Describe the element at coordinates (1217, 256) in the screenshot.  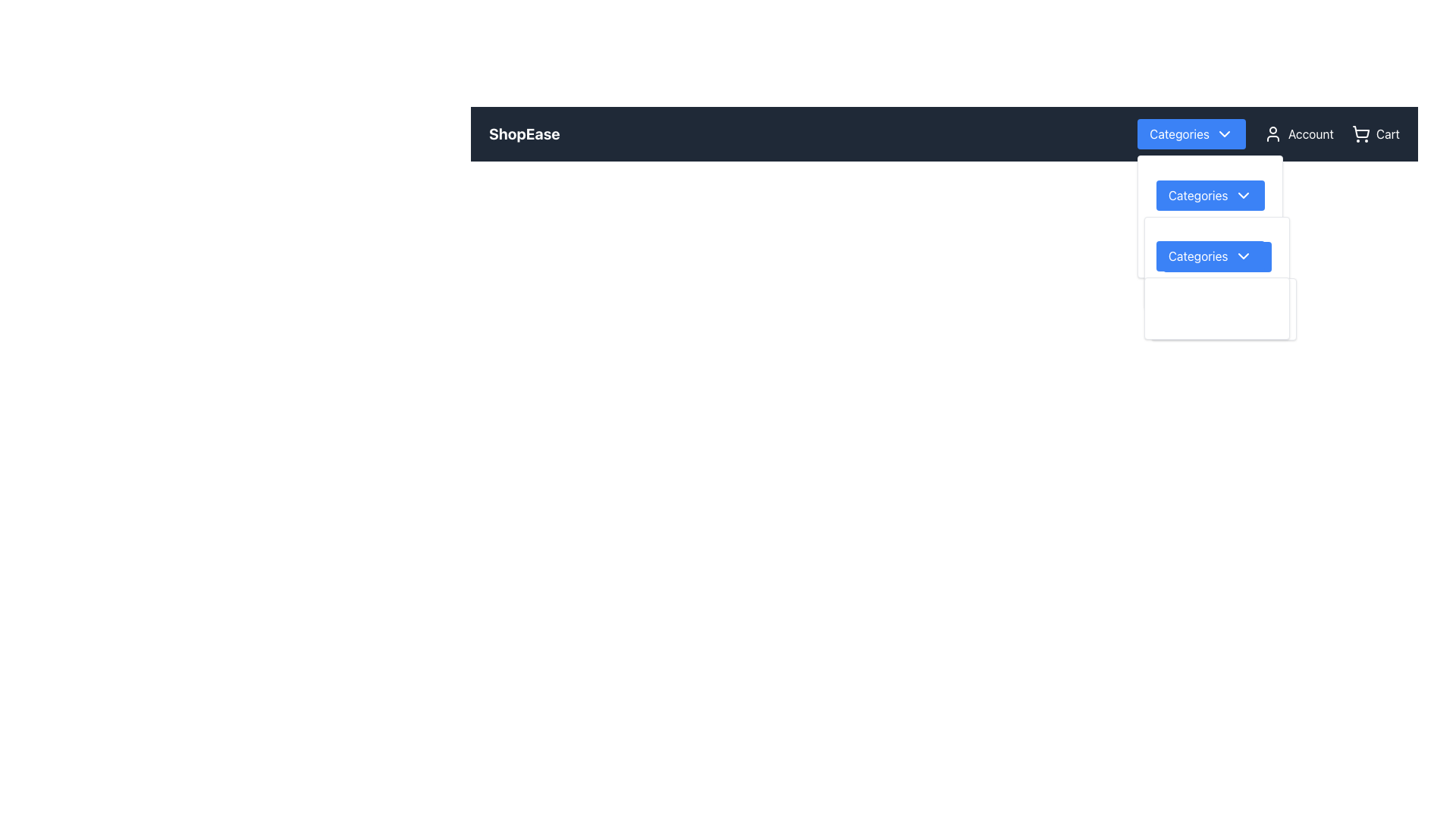
I see `the navigation bar category selection button located in the drop-down menu, which is the second option below the 'Categories' button` at that location.